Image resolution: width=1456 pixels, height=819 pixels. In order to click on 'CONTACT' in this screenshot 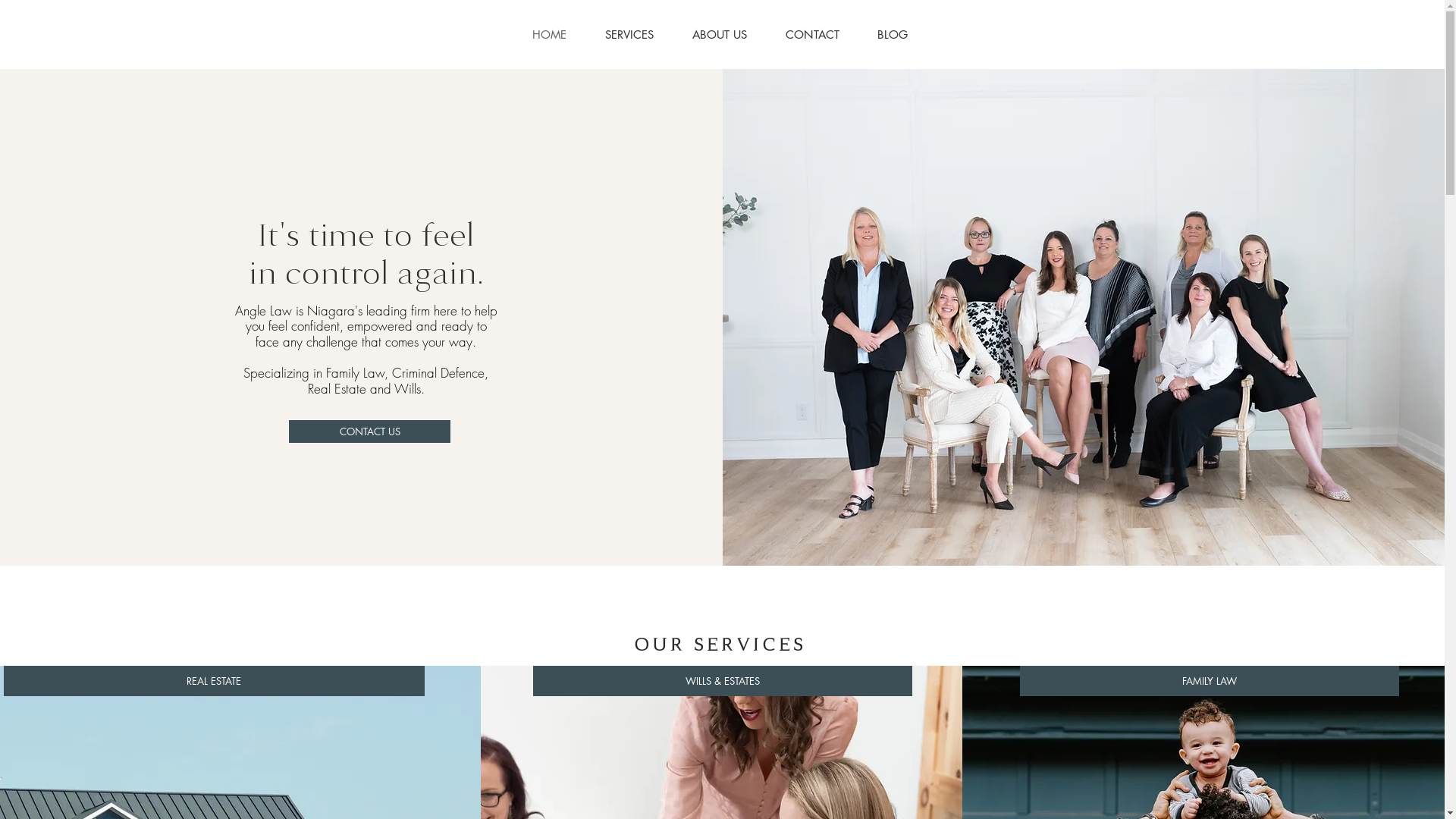, I will do `click(811, 34)`.